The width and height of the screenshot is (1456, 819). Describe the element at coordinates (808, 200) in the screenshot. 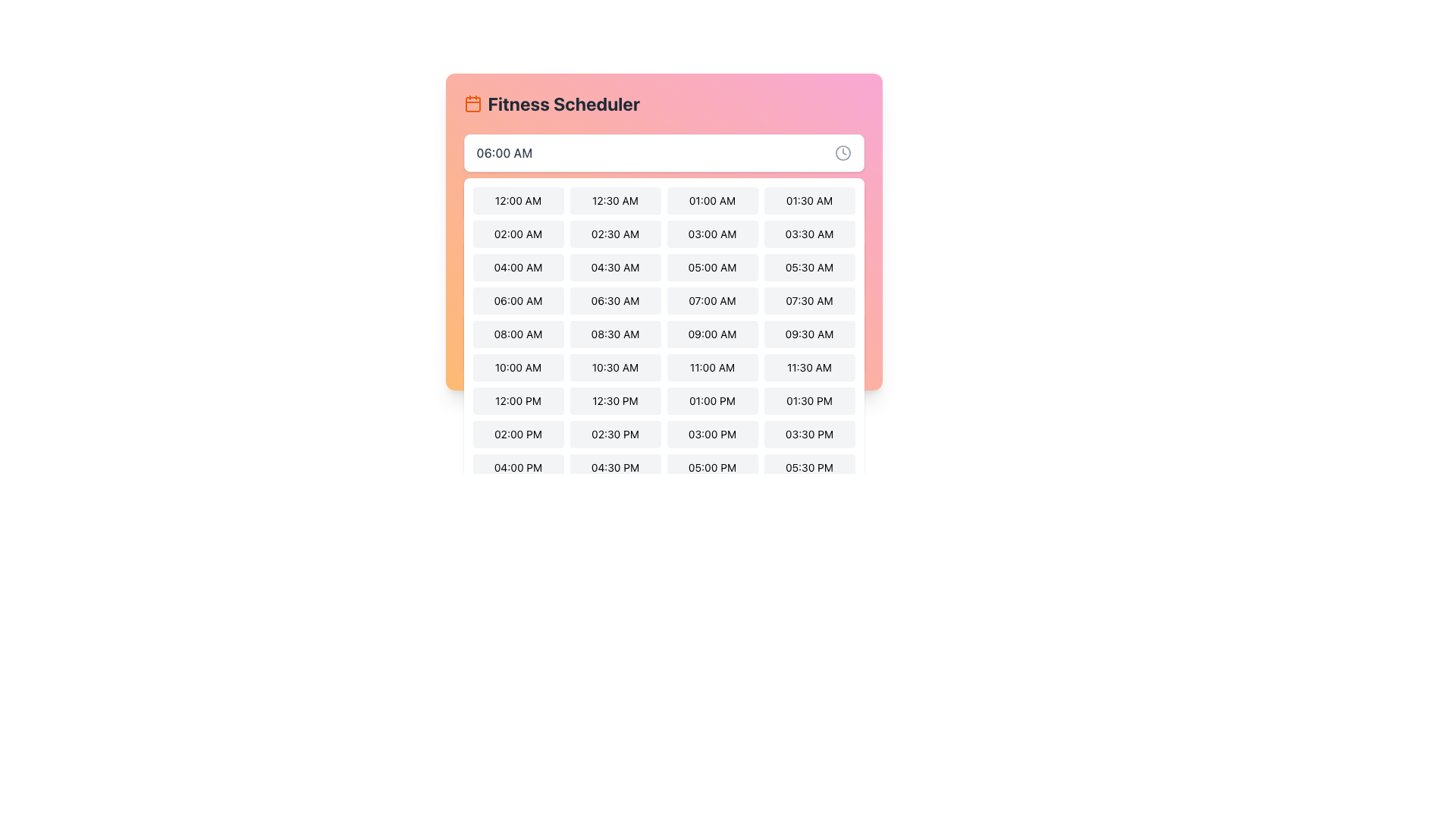

I see `the '01:30 AM' time selection button in the dropdown grid` at that location.